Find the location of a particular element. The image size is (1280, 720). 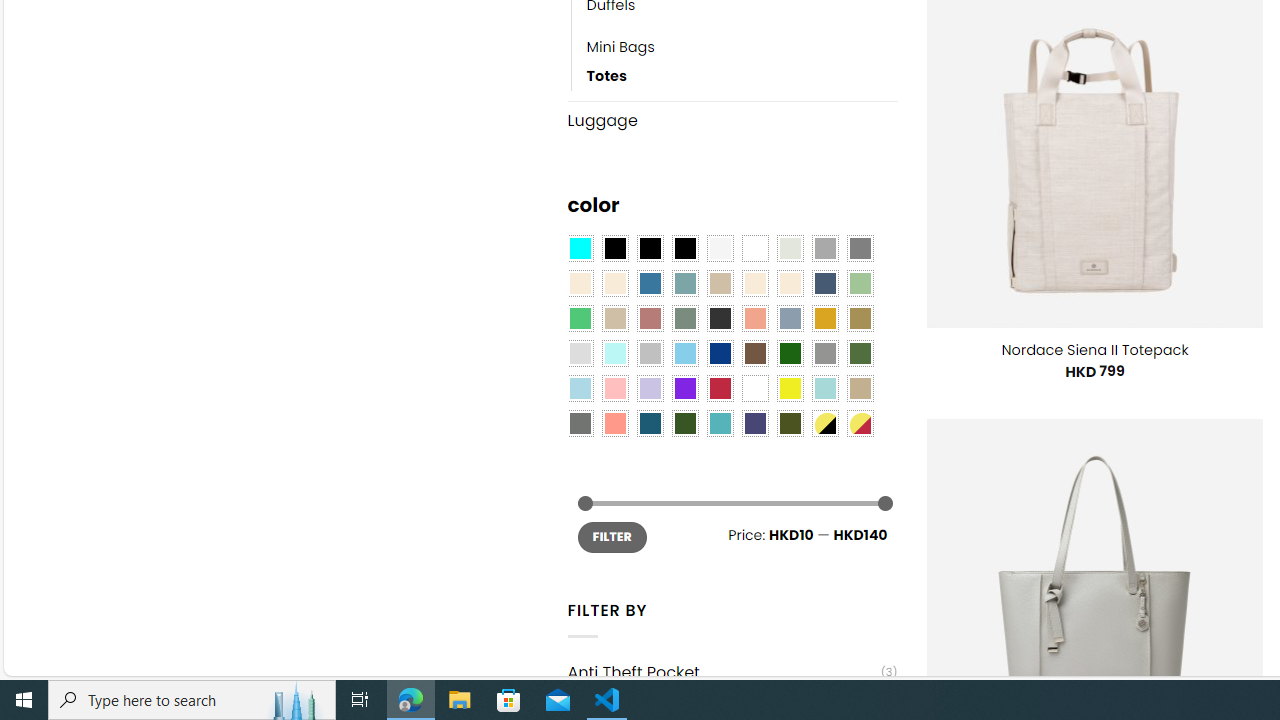

'Black' is located at coordinates (650, 248).